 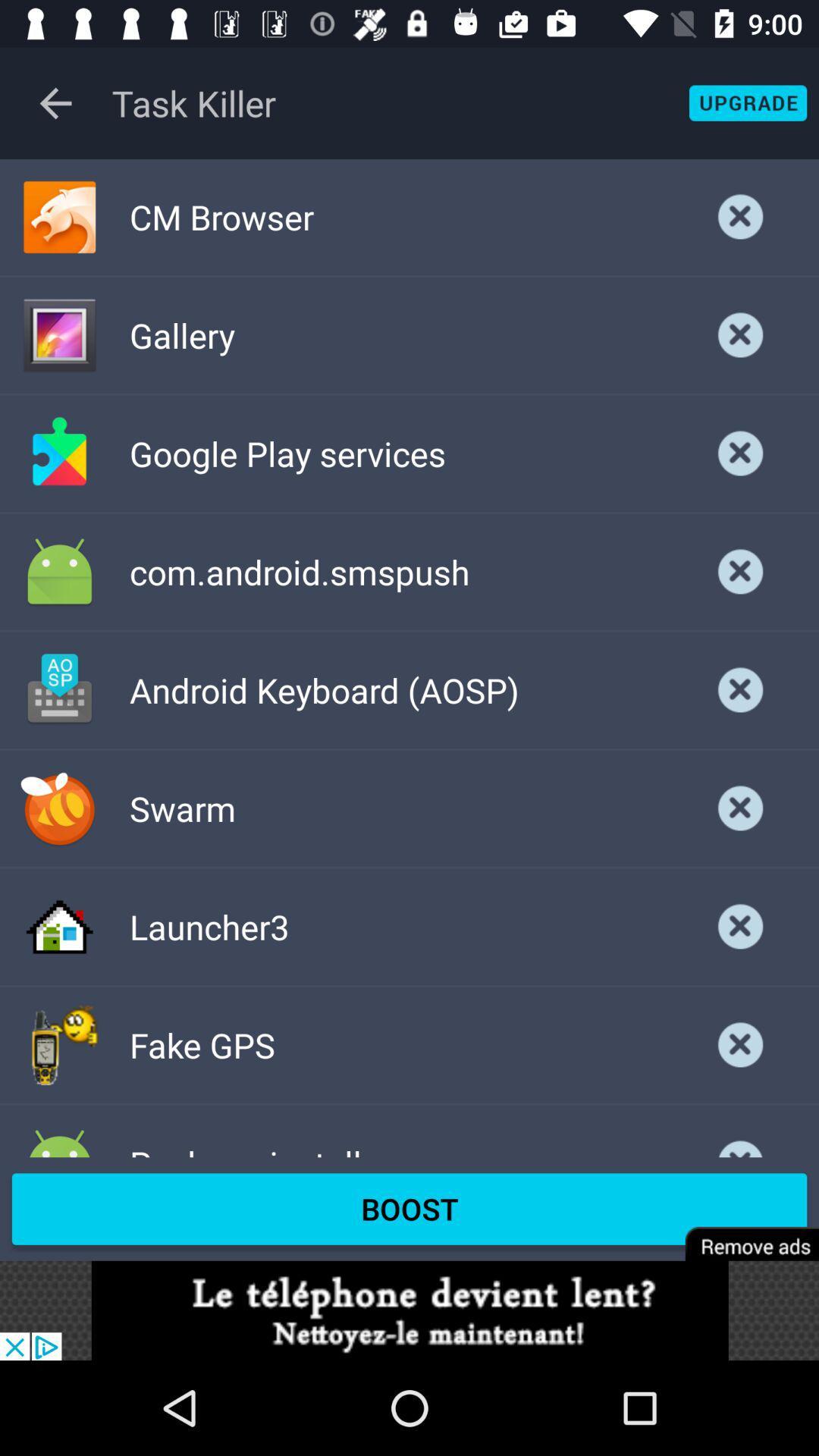 What do you see at coordinates (740, 1136) in the screenshot?
I see `a task` at bounding box center [740, 1136].